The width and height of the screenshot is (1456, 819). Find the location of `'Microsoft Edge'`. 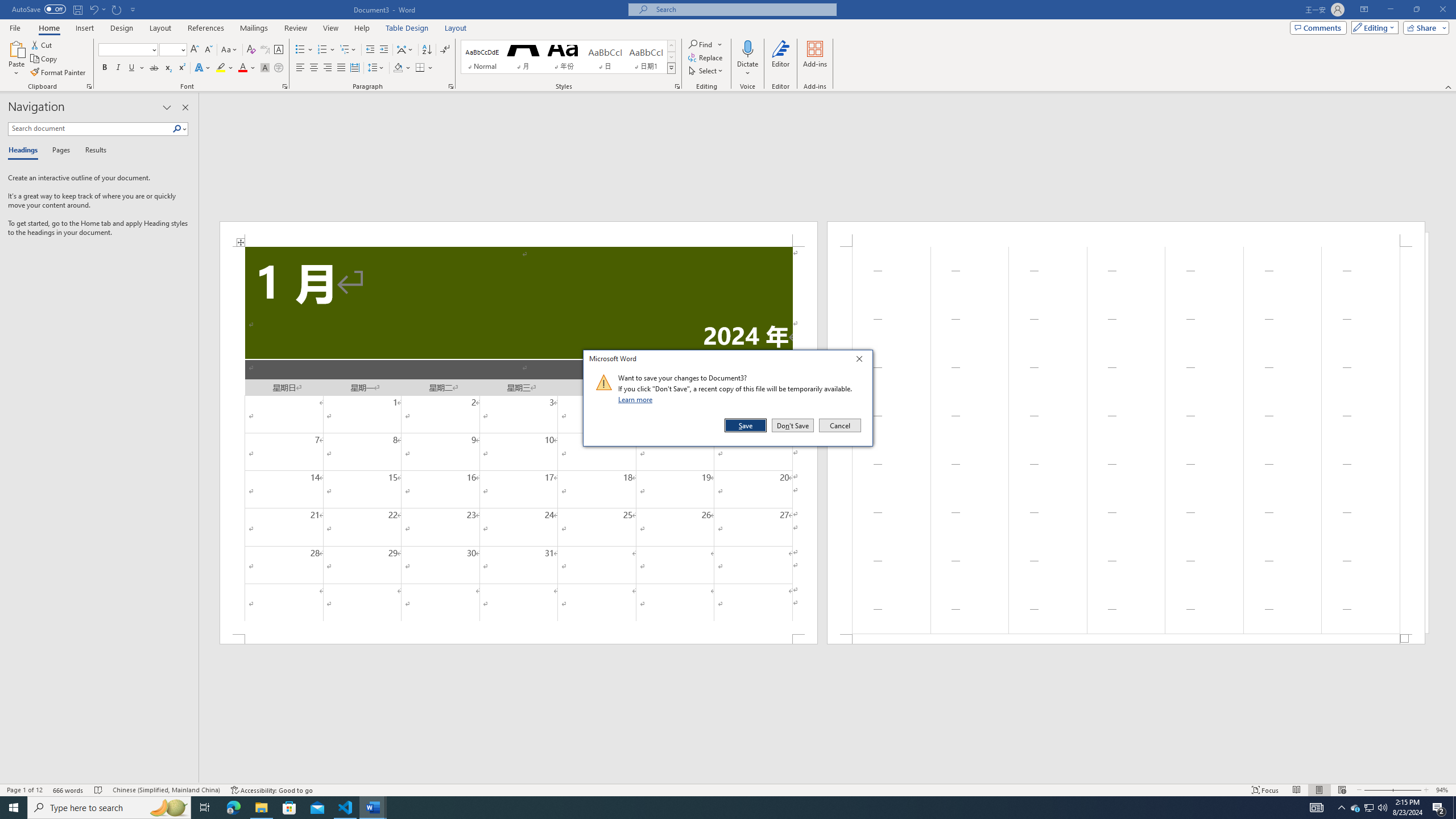

'Microsoft Edge' is located at coordinates (233, 806).